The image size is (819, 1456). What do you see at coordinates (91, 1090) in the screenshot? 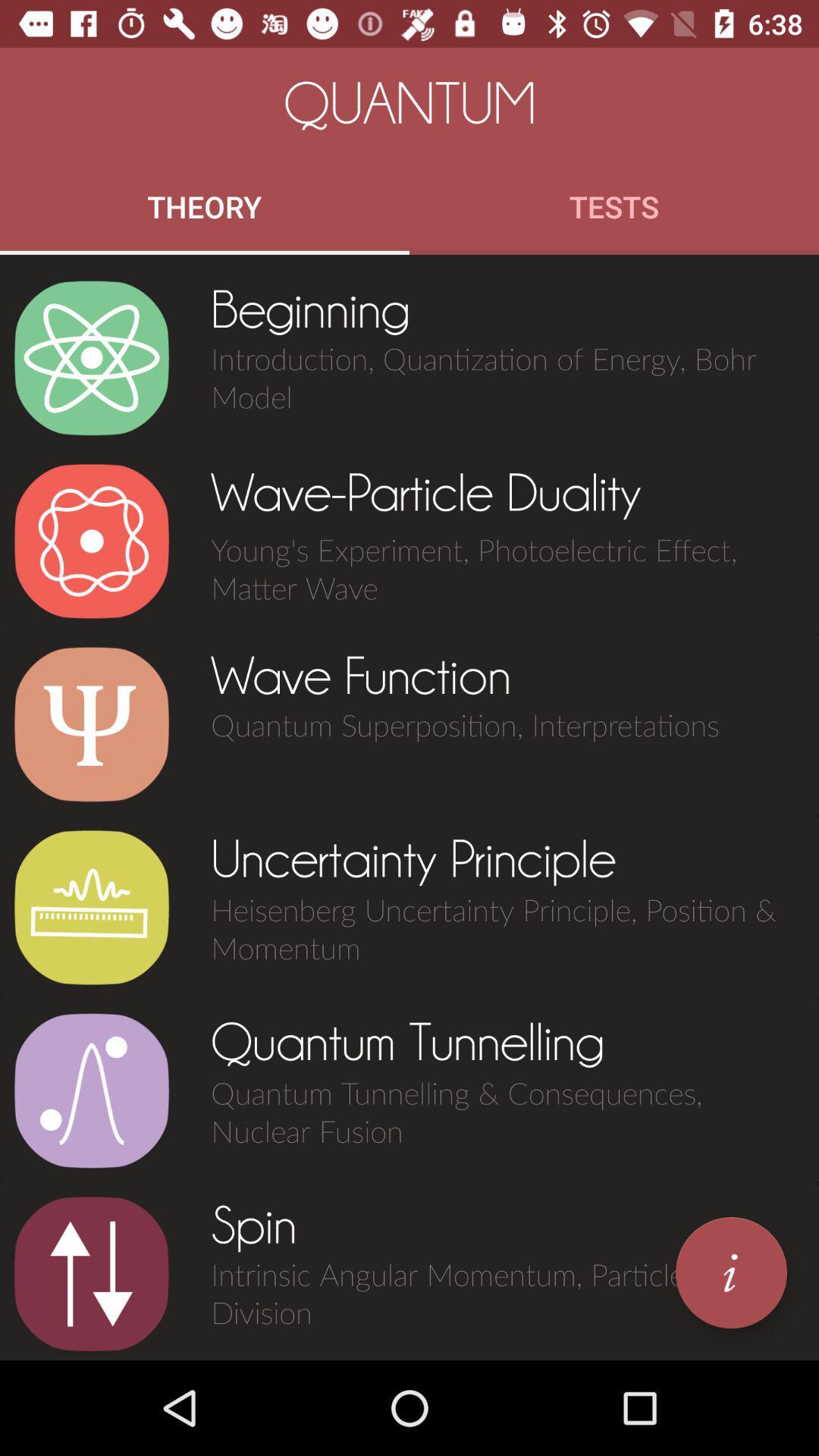
I see `start quantum tunneling module` at bounding box center [91, 1090].